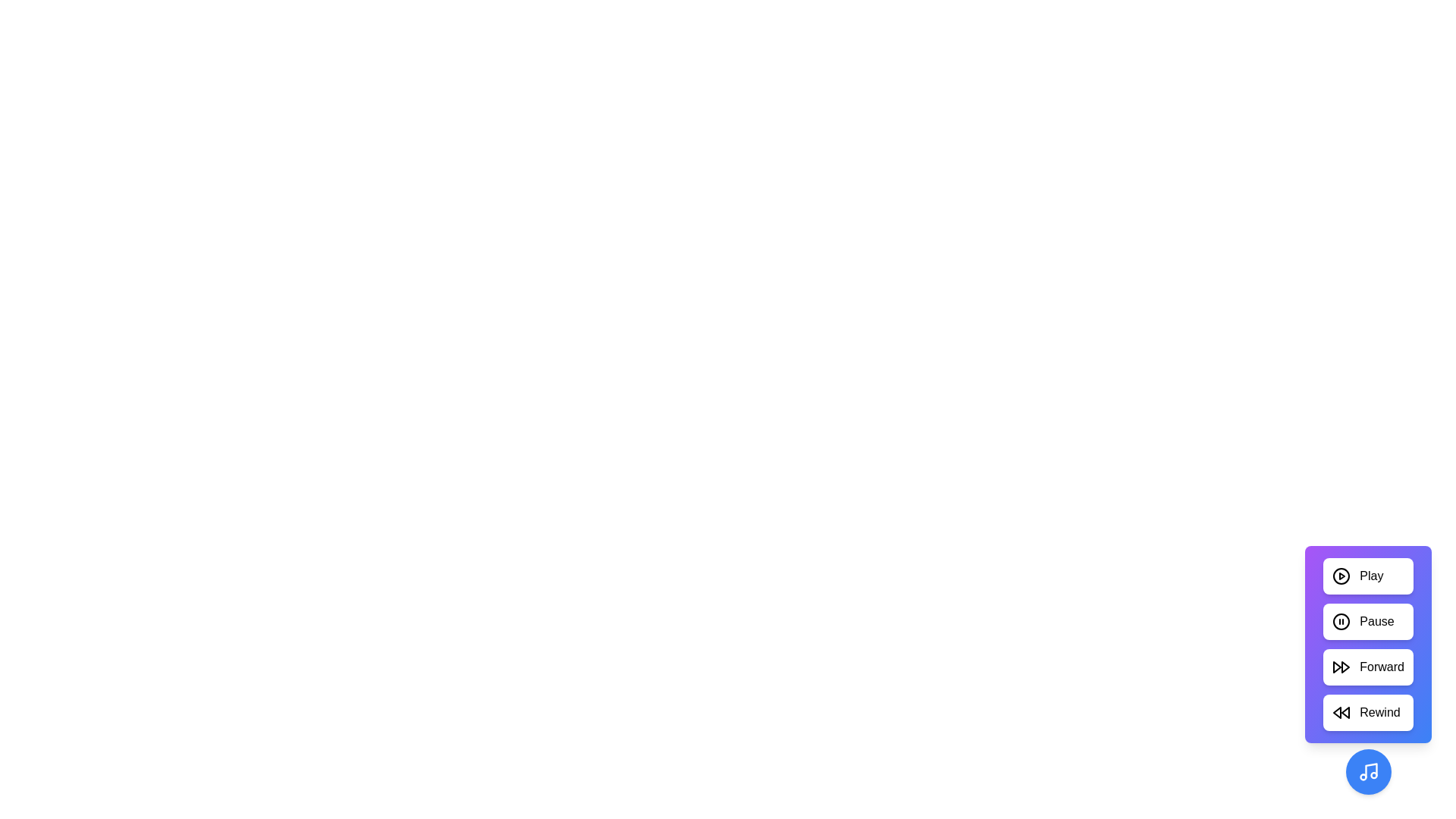  What do you see at coordinates (1368, 666) in the screenshot?
I see `the 'Forward' button to activate the forward action` at bounding box center [1368, 666].